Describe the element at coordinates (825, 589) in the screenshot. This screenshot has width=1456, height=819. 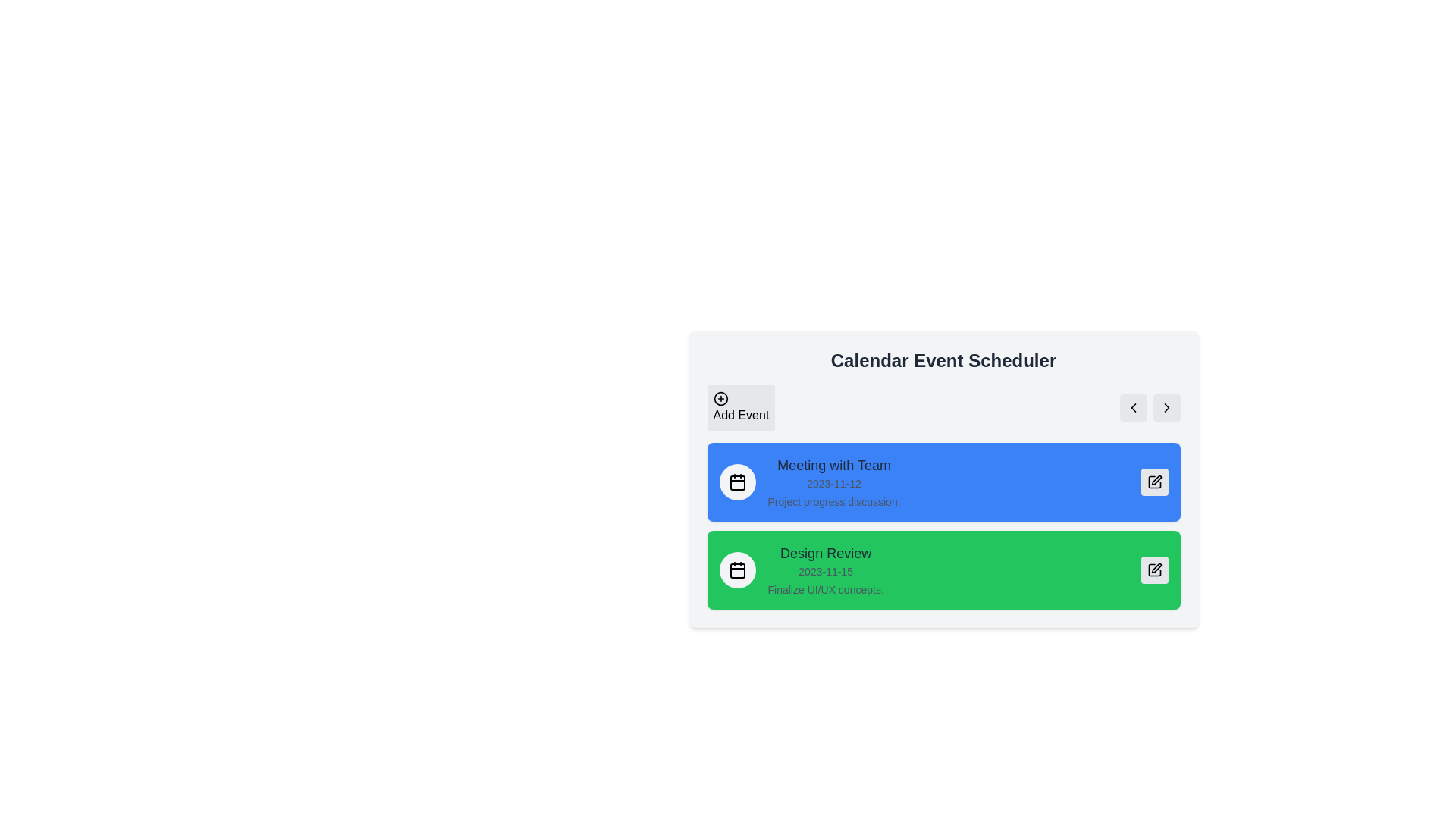
I see `the static text label displaying supplementary information related to the 'Design Review' item in the calendar event scheduler, located under the date '2023-11-15' within a green box` at that location.